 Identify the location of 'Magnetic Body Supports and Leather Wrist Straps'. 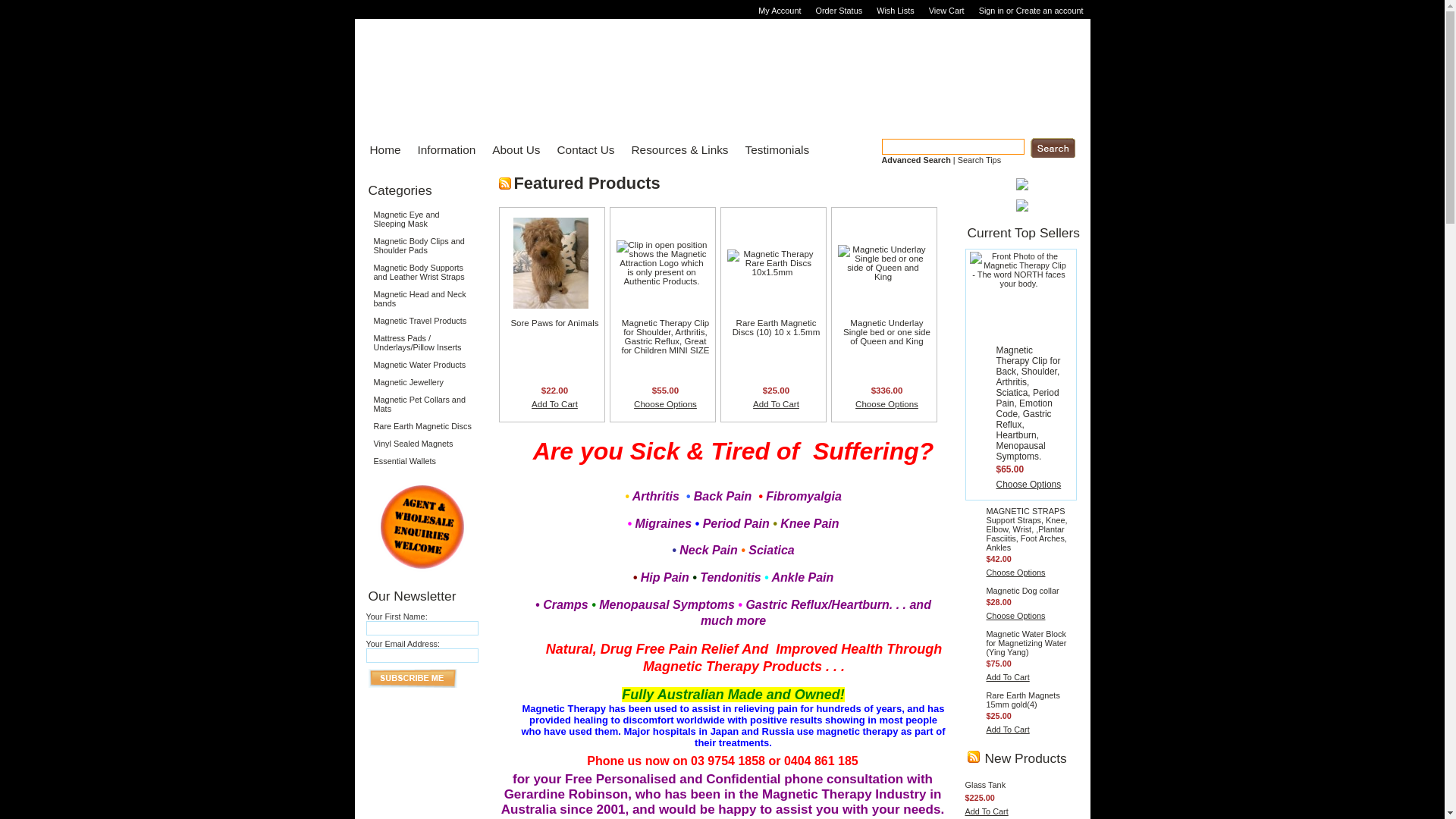
(422, 271).